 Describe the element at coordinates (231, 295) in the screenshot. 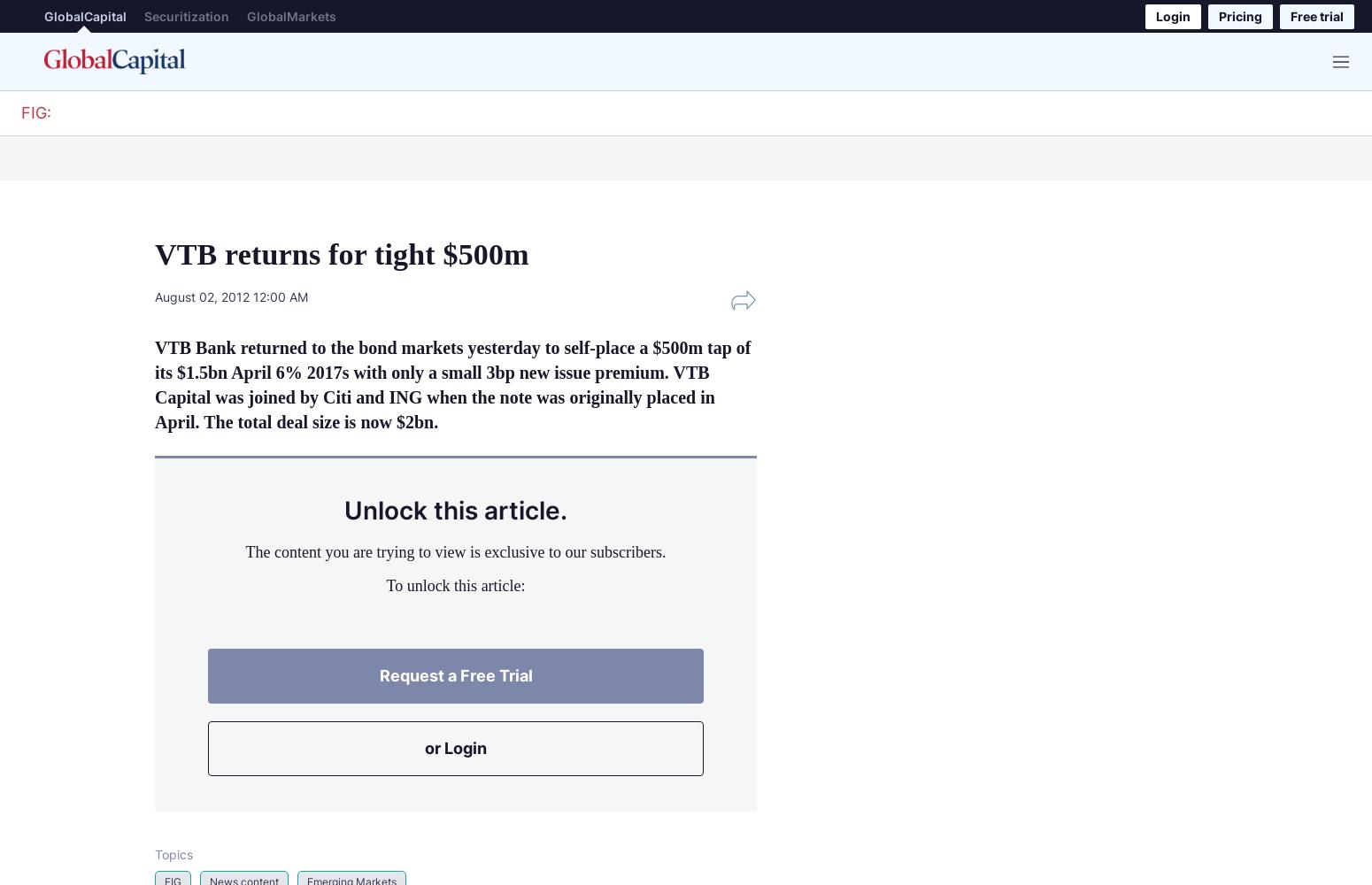

I see `'August 02, 2012 12:00 AM'` at that location.